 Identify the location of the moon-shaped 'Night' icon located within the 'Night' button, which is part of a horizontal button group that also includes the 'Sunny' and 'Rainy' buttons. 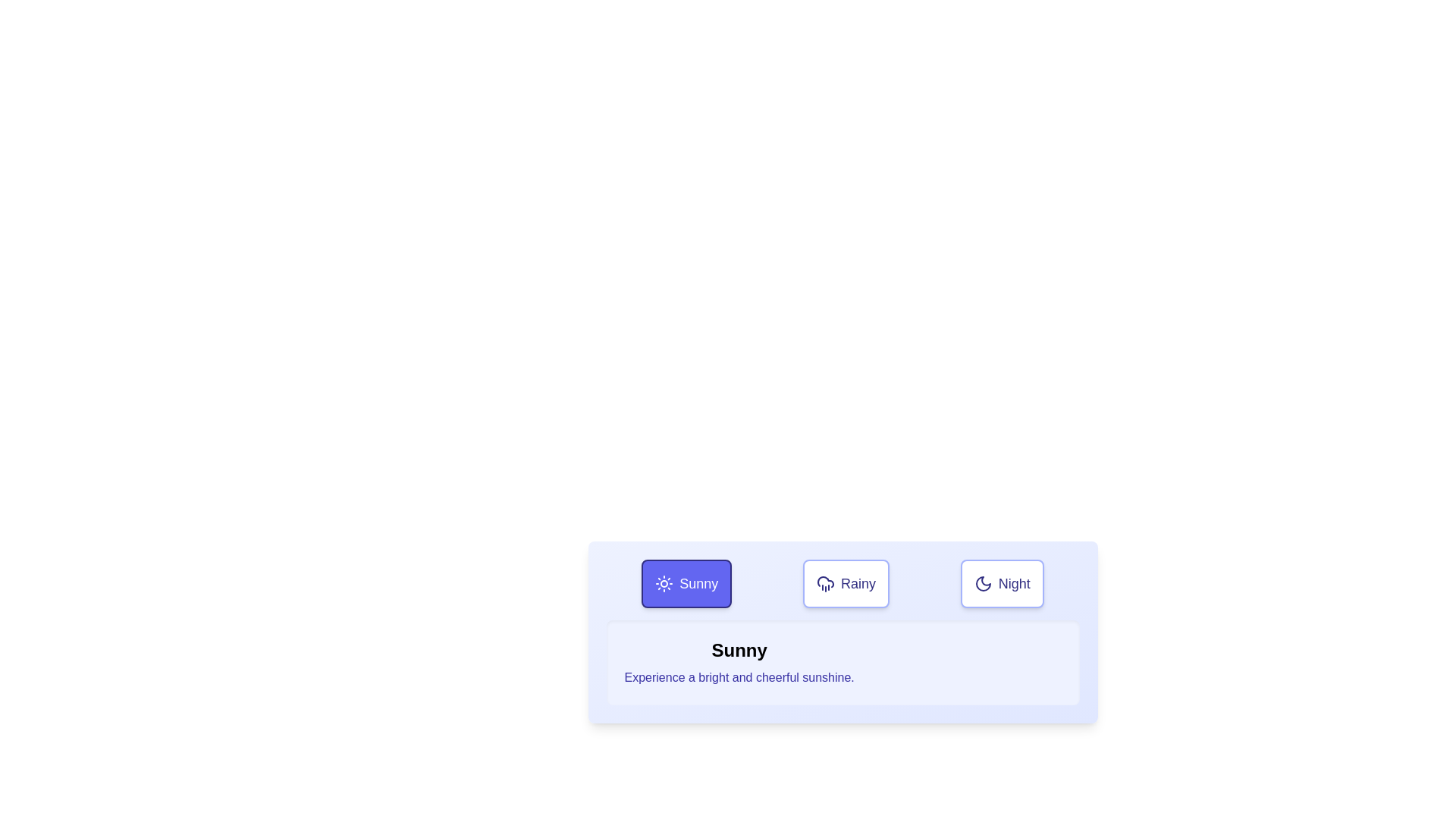
(983, 583).